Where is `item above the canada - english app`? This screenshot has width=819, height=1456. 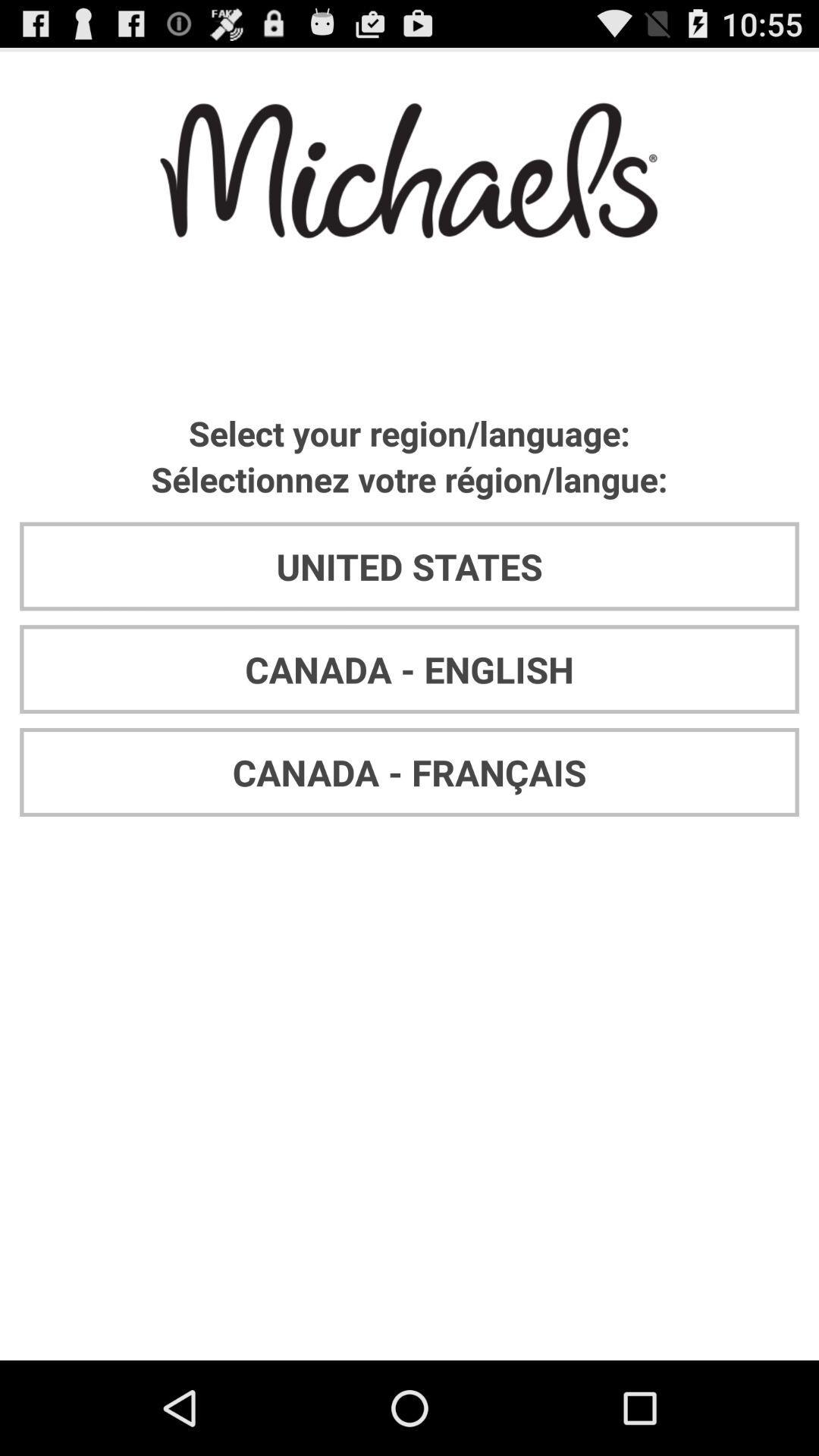
item above the canada - english app is located at coordinates (409, 566).